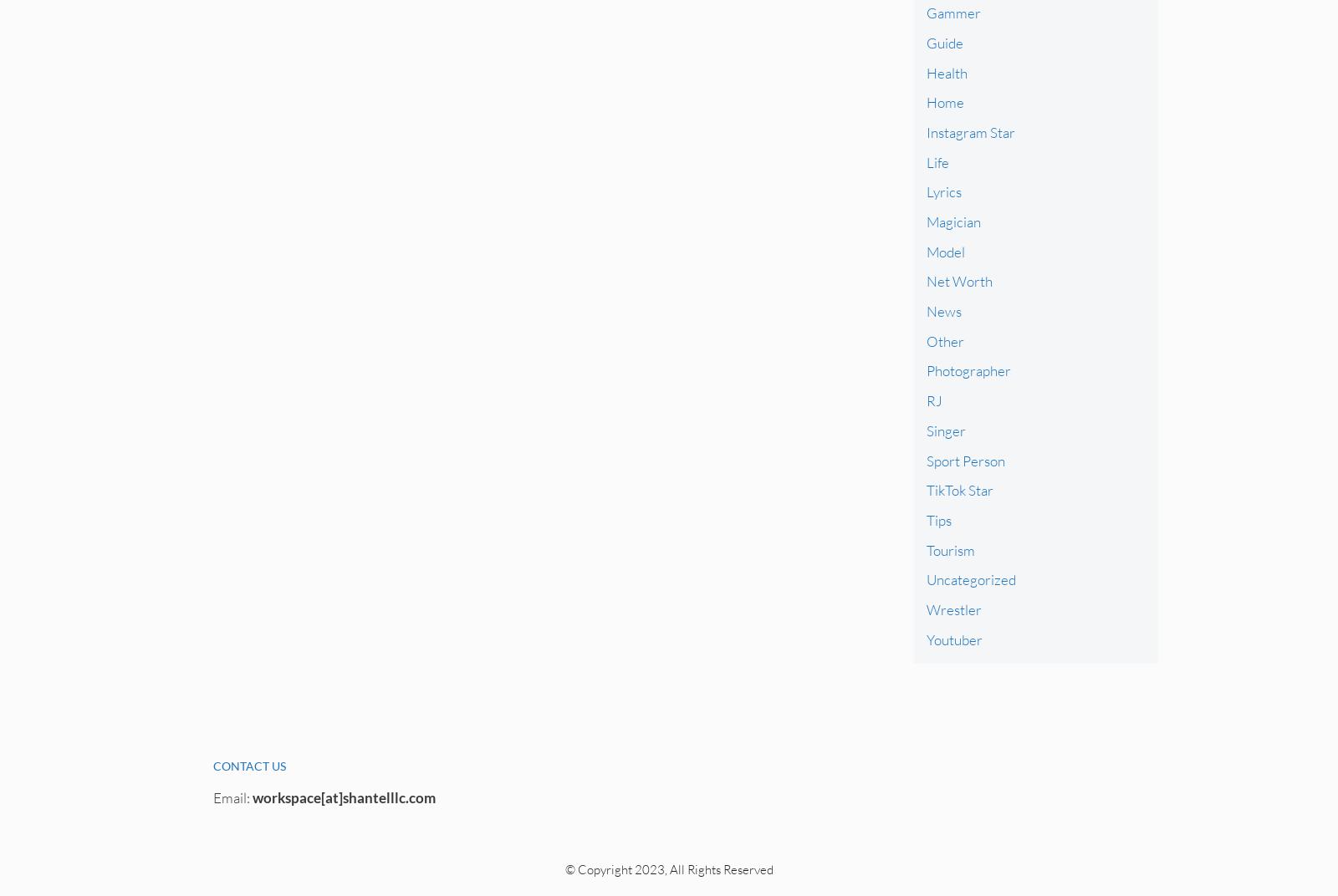  Describe the element at coordinates (952, 221) in the screenshot. I see `'Magician'` at that location.